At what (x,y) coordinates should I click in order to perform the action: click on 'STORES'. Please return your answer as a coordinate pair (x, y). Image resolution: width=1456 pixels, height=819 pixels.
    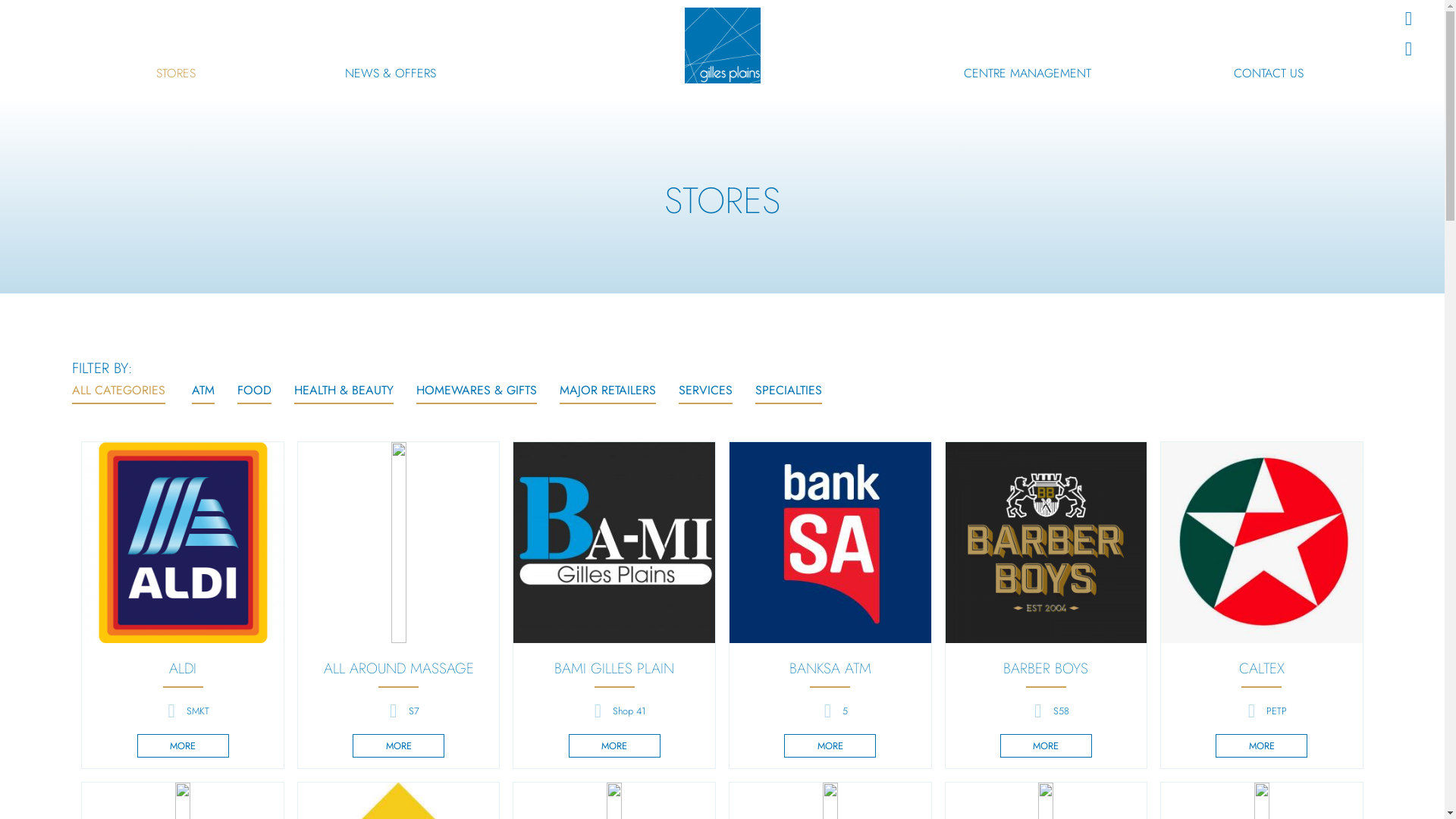
    Looking at the image, I should click on (175, 73).